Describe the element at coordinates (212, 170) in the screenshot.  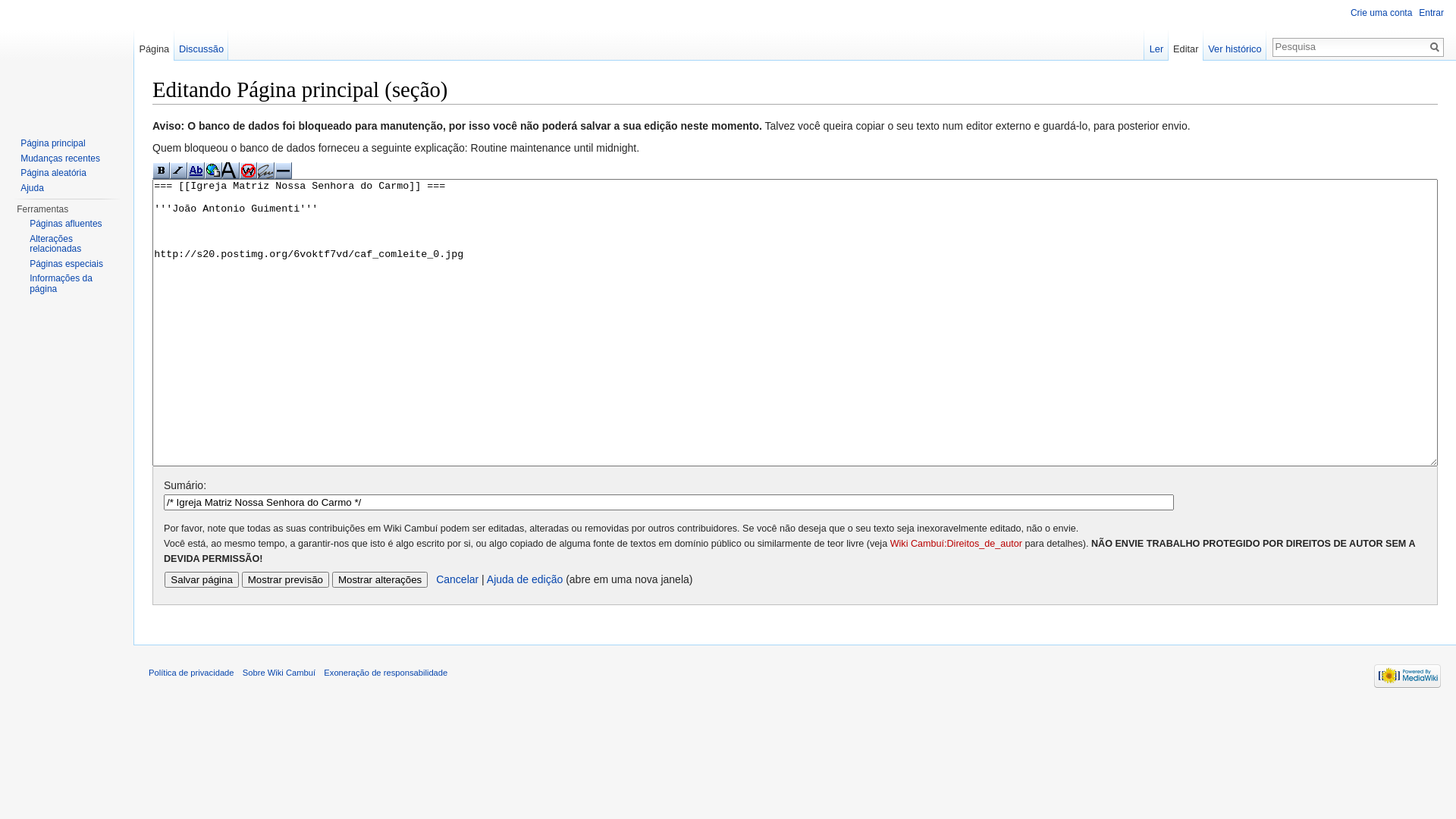
I see `'Link externo (lembre-se do prefixo http://)'` at that location.